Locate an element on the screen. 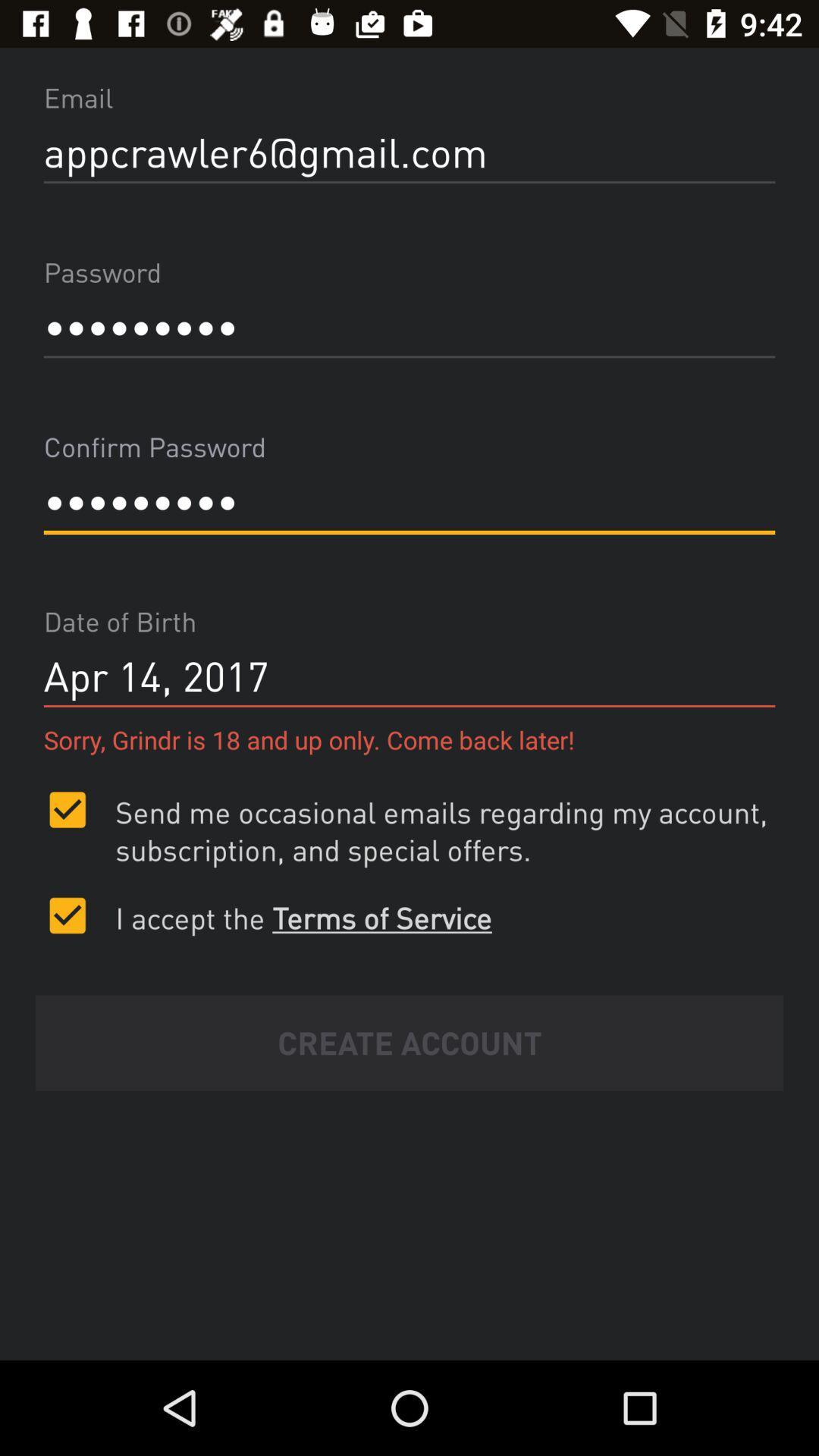 The image size is (819, 1456). ok select button is located at coordinates (67, 915).